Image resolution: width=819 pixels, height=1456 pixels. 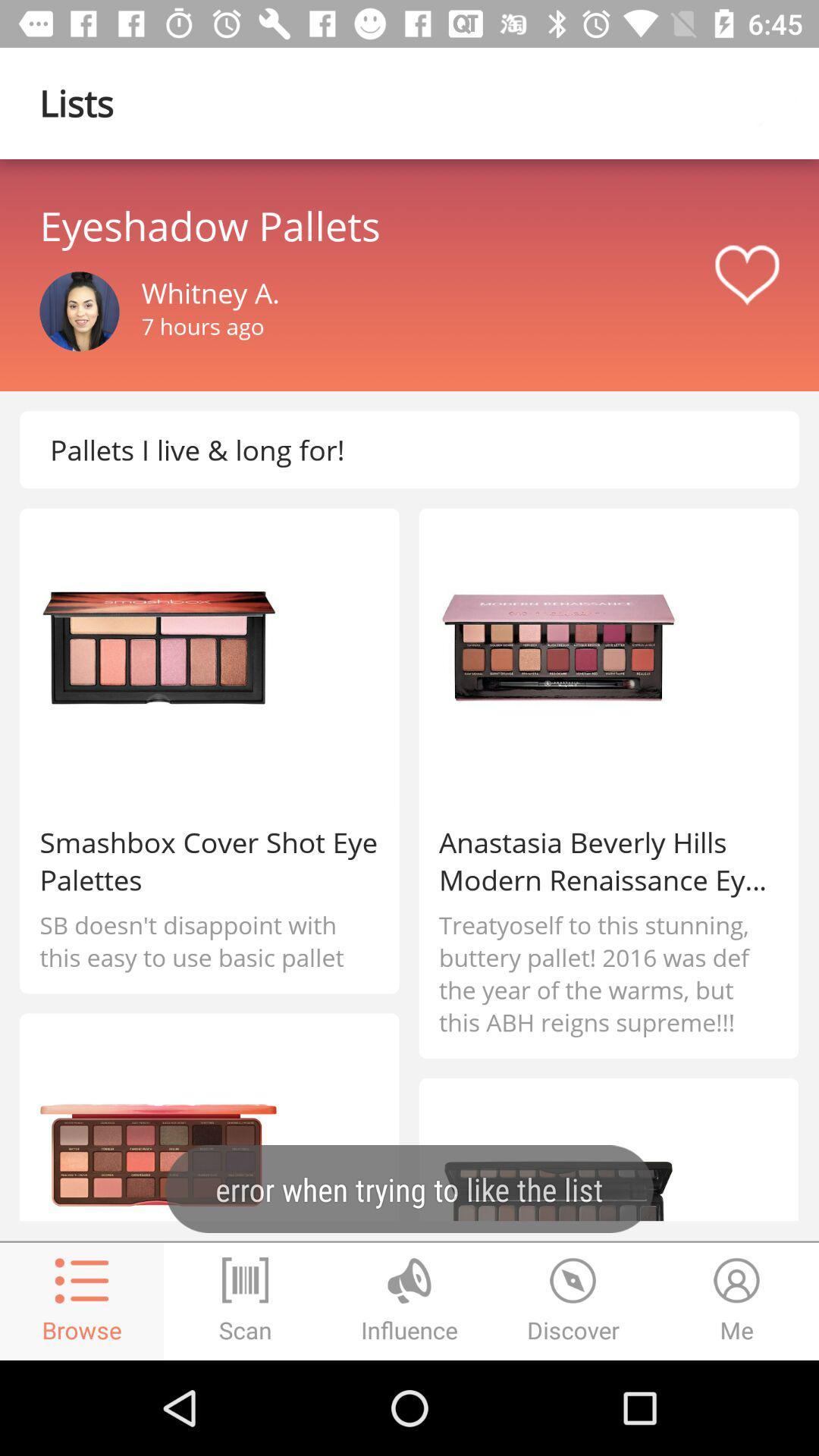 I want to click on icon page, so click(x=779, y=102).